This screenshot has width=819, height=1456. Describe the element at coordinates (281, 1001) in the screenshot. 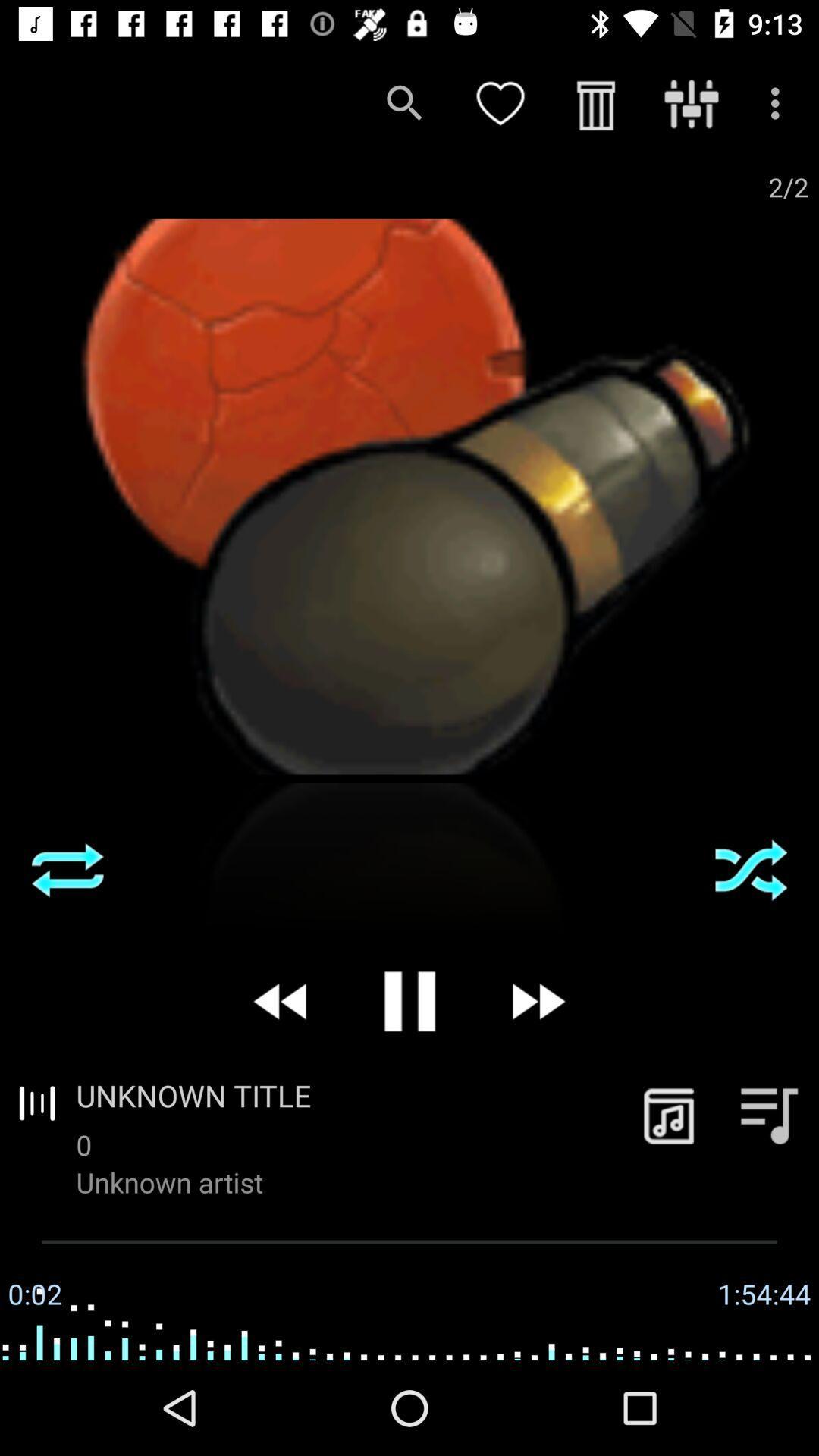

I see `rewind` at that location.